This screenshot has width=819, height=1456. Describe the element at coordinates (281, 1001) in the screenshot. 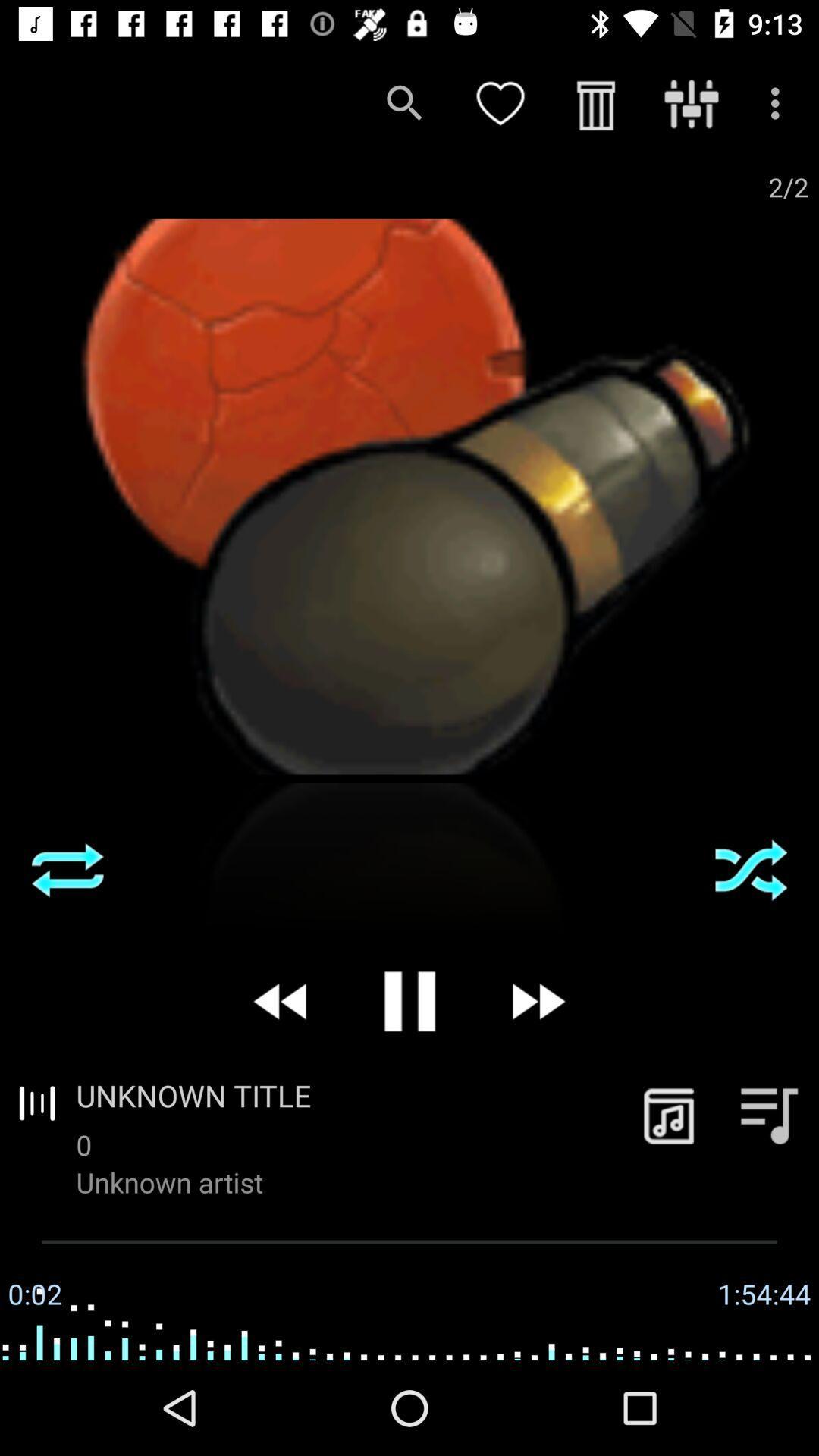

I see `rewind` at that location.